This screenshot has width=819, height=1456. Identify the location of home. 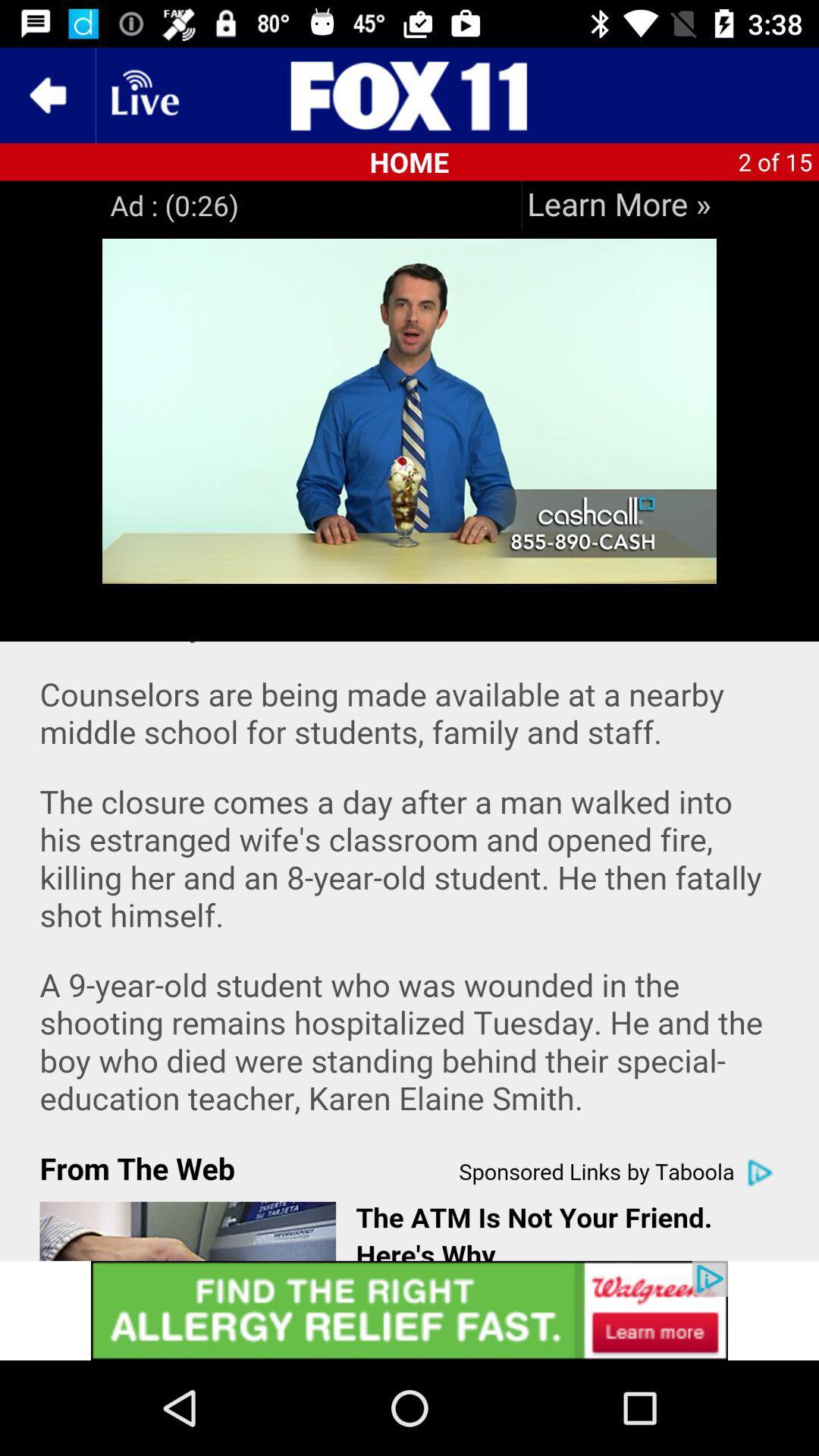
(409, 94).